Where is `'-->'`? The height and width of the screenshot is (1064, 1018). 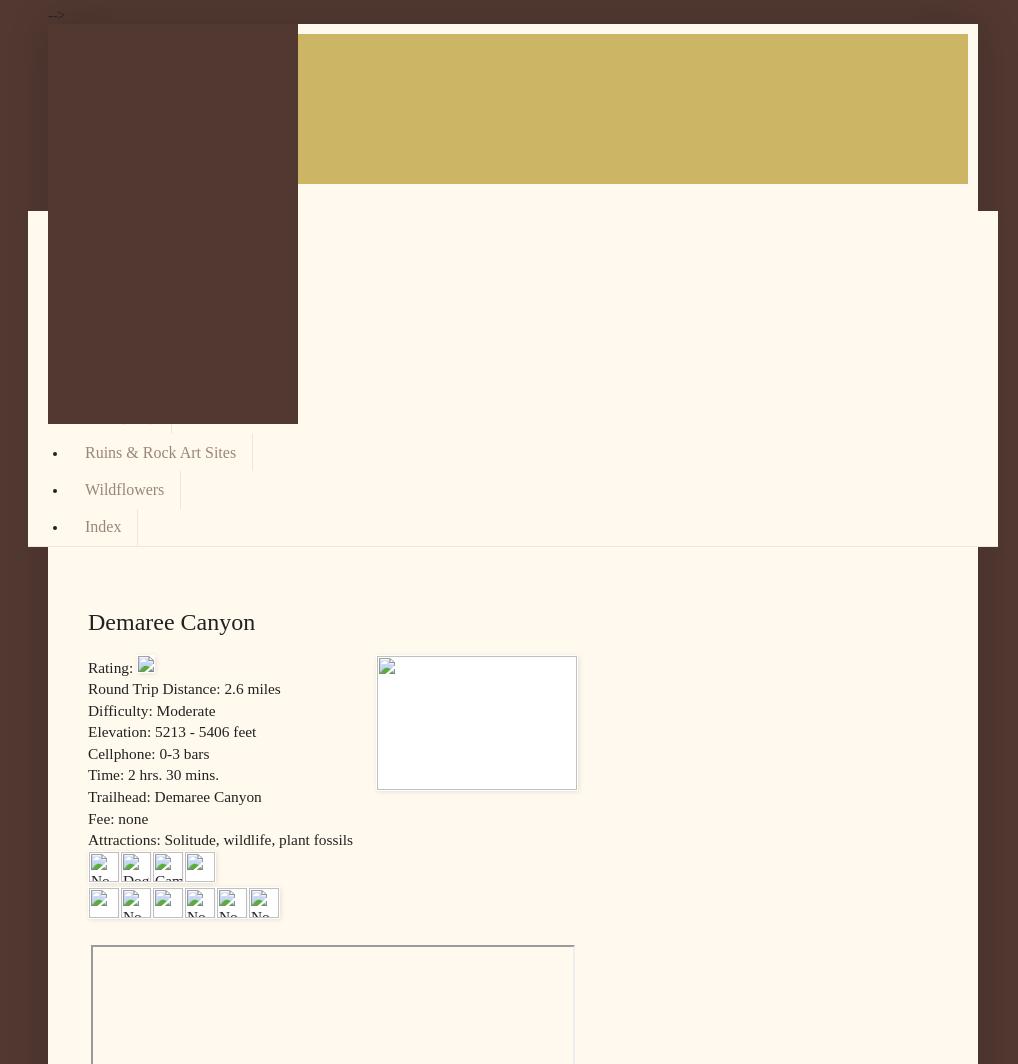
'-->' is located at coordinates (56, 15).